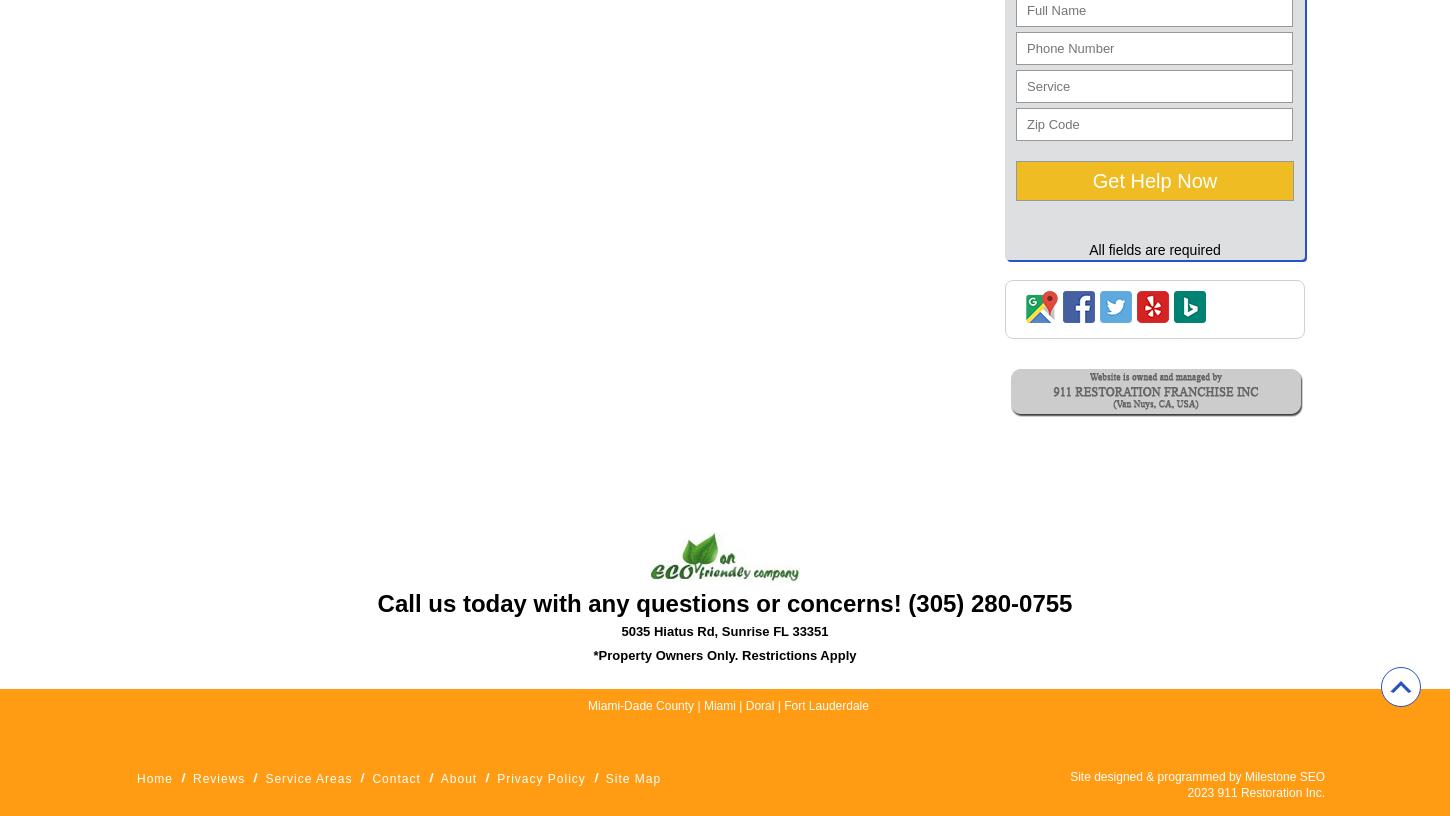 The image size is (1450, 816). I want to click on '2023 911 Restoration Inc.', so click(1255, 792).